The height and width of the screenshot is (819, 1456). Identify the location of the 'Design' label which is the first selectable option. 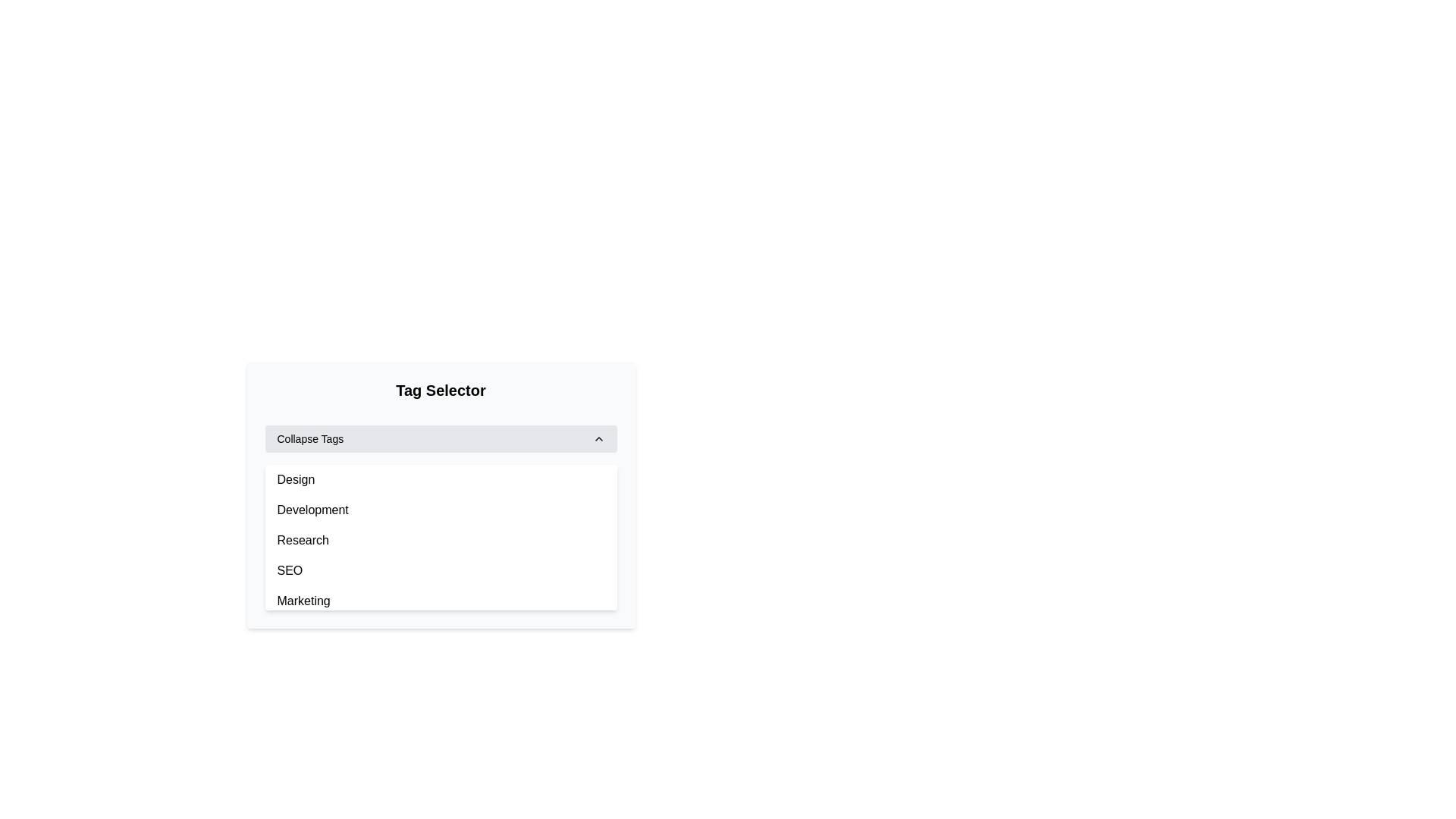
(296, 479).